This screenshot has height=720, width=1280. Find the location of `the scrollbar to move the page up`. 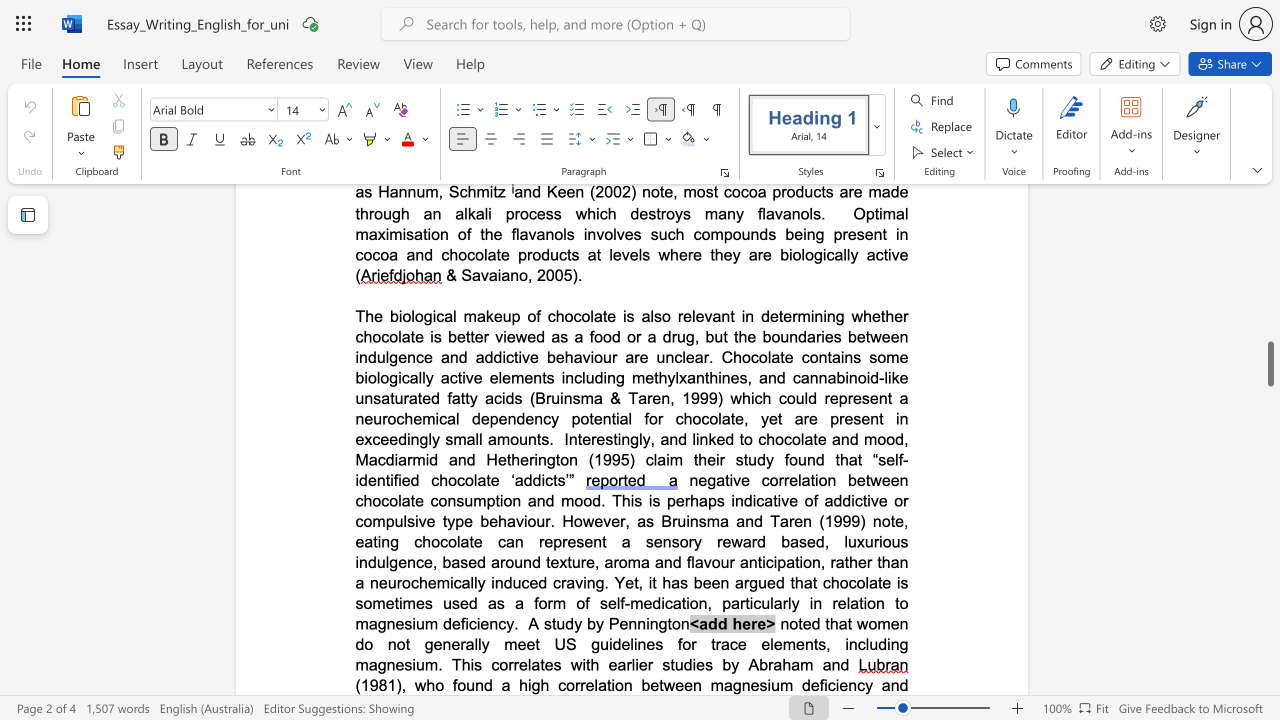

the scrollbar to move the page up is located at coordinates (1269, 258).